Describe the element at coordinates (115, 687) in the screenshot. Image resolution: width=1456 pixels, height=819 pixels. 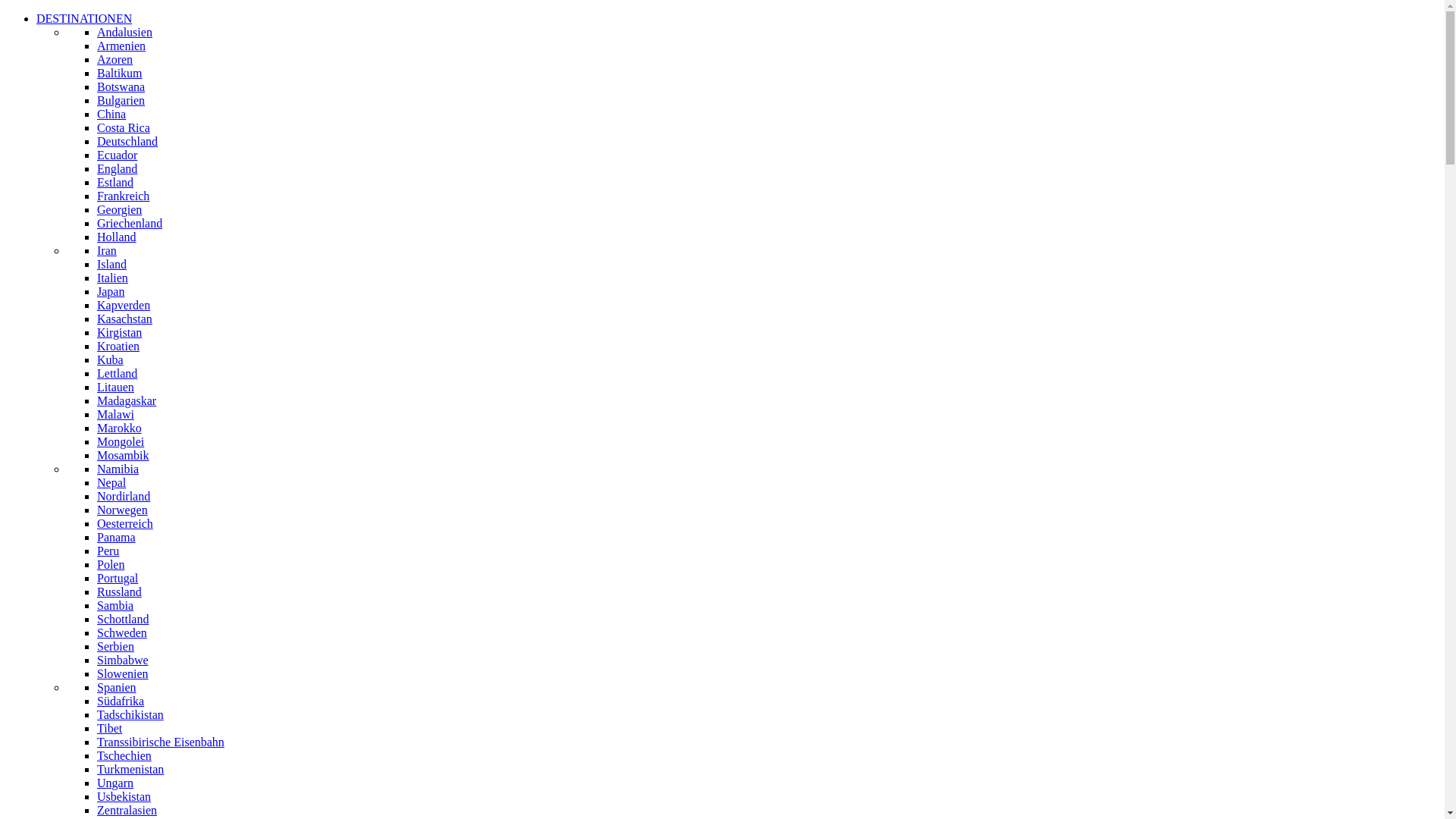
I see `'Spanien'` at that location.